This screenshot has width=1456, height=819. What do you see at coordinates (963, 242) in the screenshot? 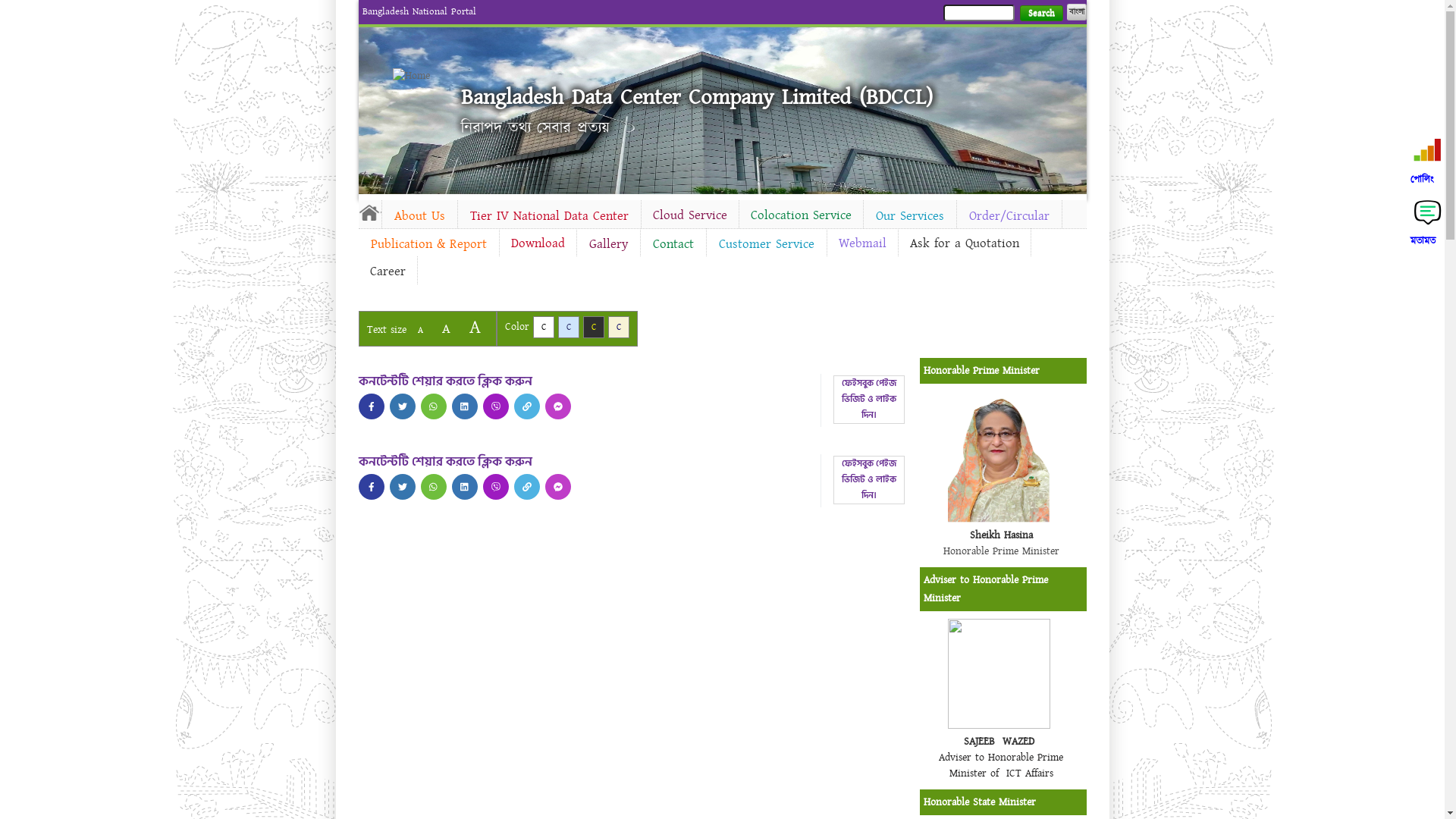
I see `'Ask for a Quotation'` at bounding box center [963, 242].